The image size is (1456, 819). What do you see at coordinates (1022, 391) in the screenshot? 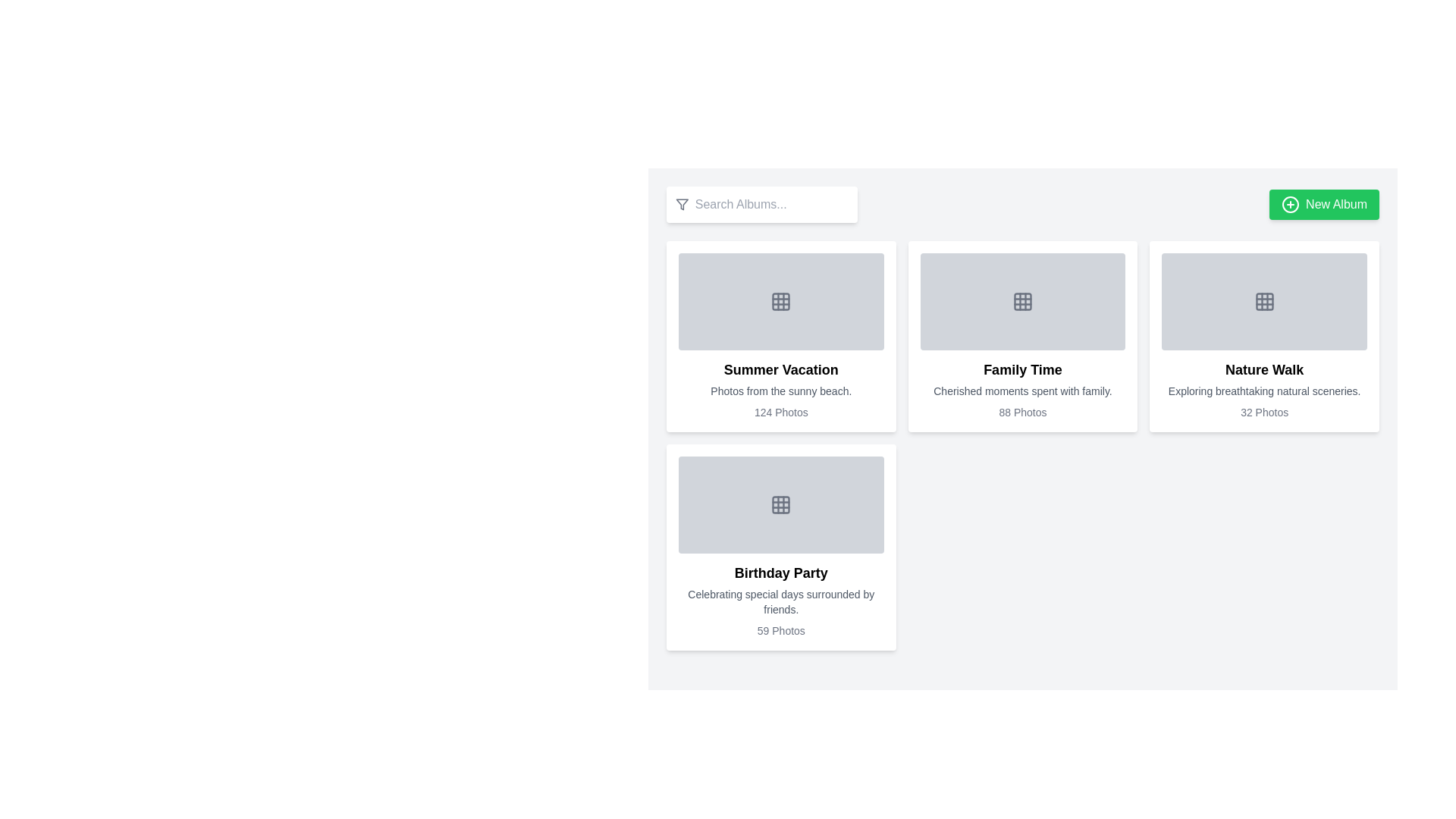
I see `text in the second text block of the 'Family Time' card, which provides context and narrative for the photo album` at bounding box center [1022, 391].